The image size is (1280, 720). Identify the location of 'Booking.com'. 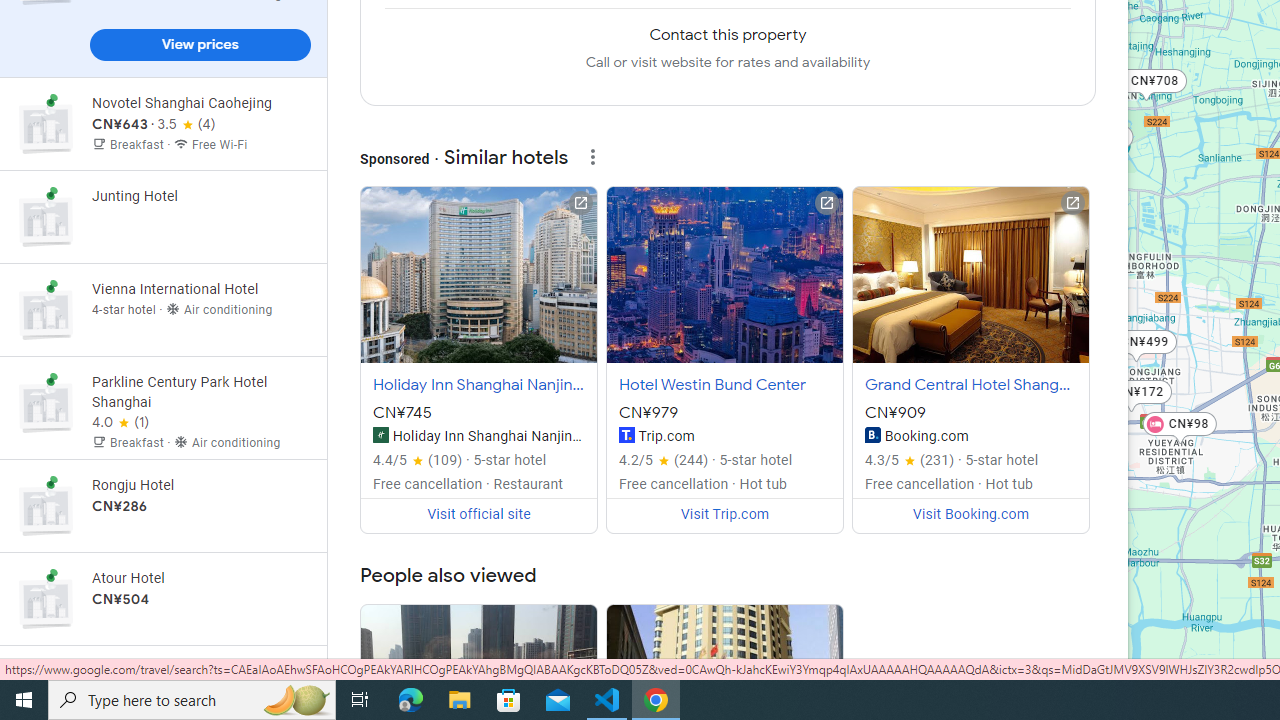
(872, 433).